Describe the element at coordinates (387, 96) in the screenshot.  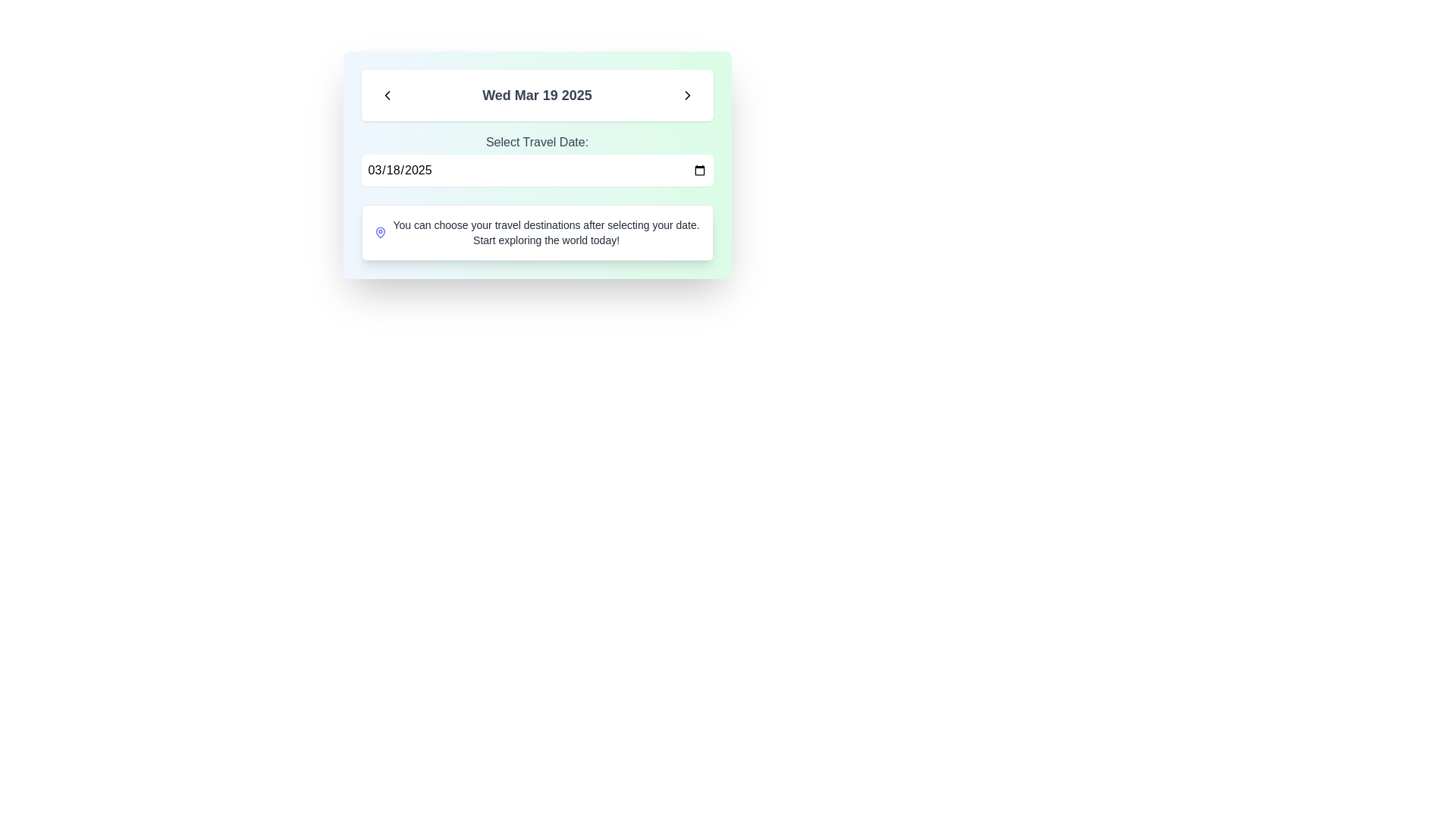
I see `the left-facing chevron SVG icon, which is positioned to the left of the text 'Wed Mar 19 2025'` at that location.